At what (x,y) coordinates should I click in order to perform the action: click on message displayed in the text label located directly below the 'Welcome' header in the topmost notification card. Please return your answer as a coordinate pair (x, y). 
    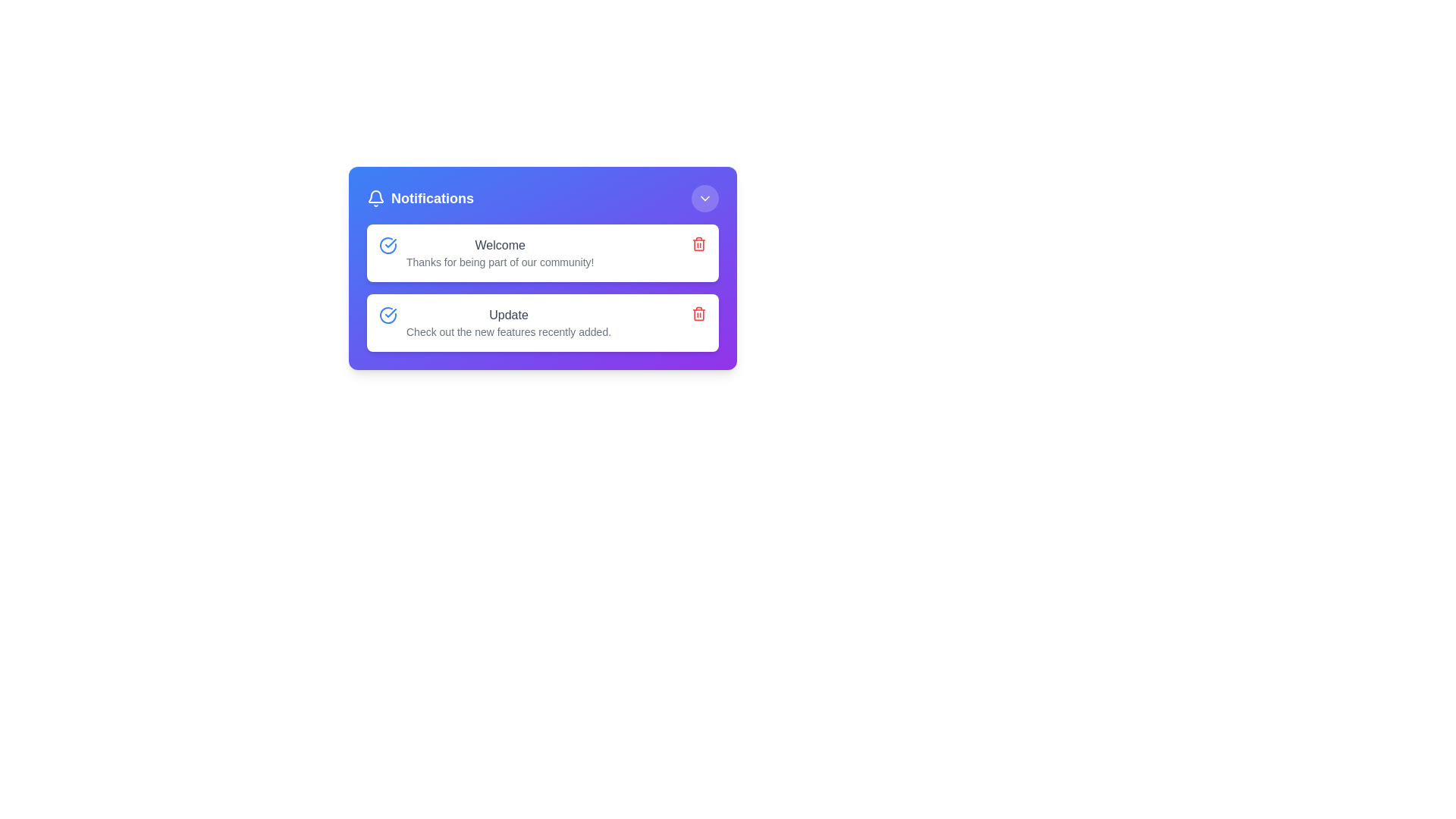
    Looking at the image, I should click on (500, 262).